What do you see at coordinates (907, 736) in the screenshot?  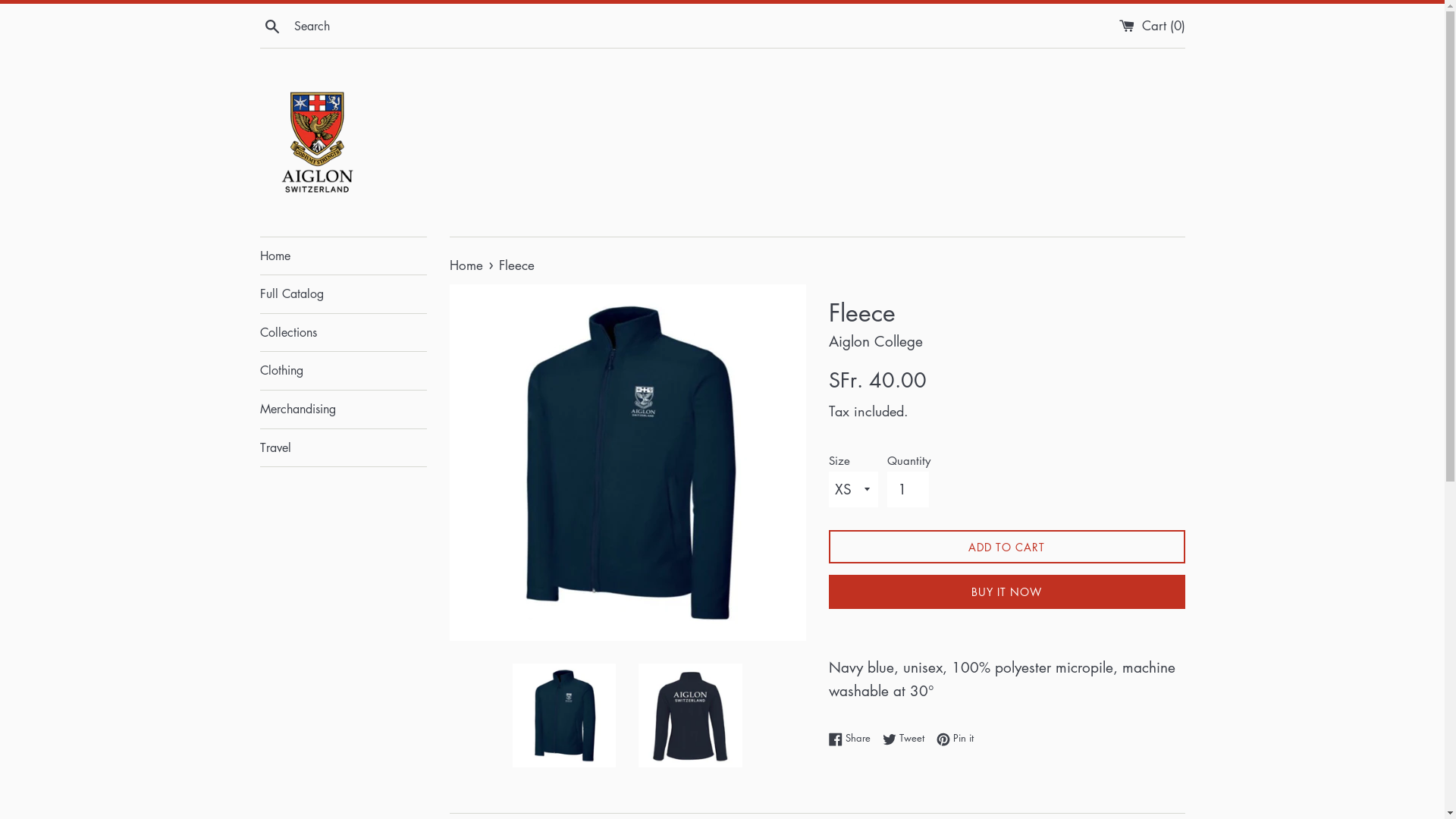 I see `'Tweet` at bounding box center [907, 736].